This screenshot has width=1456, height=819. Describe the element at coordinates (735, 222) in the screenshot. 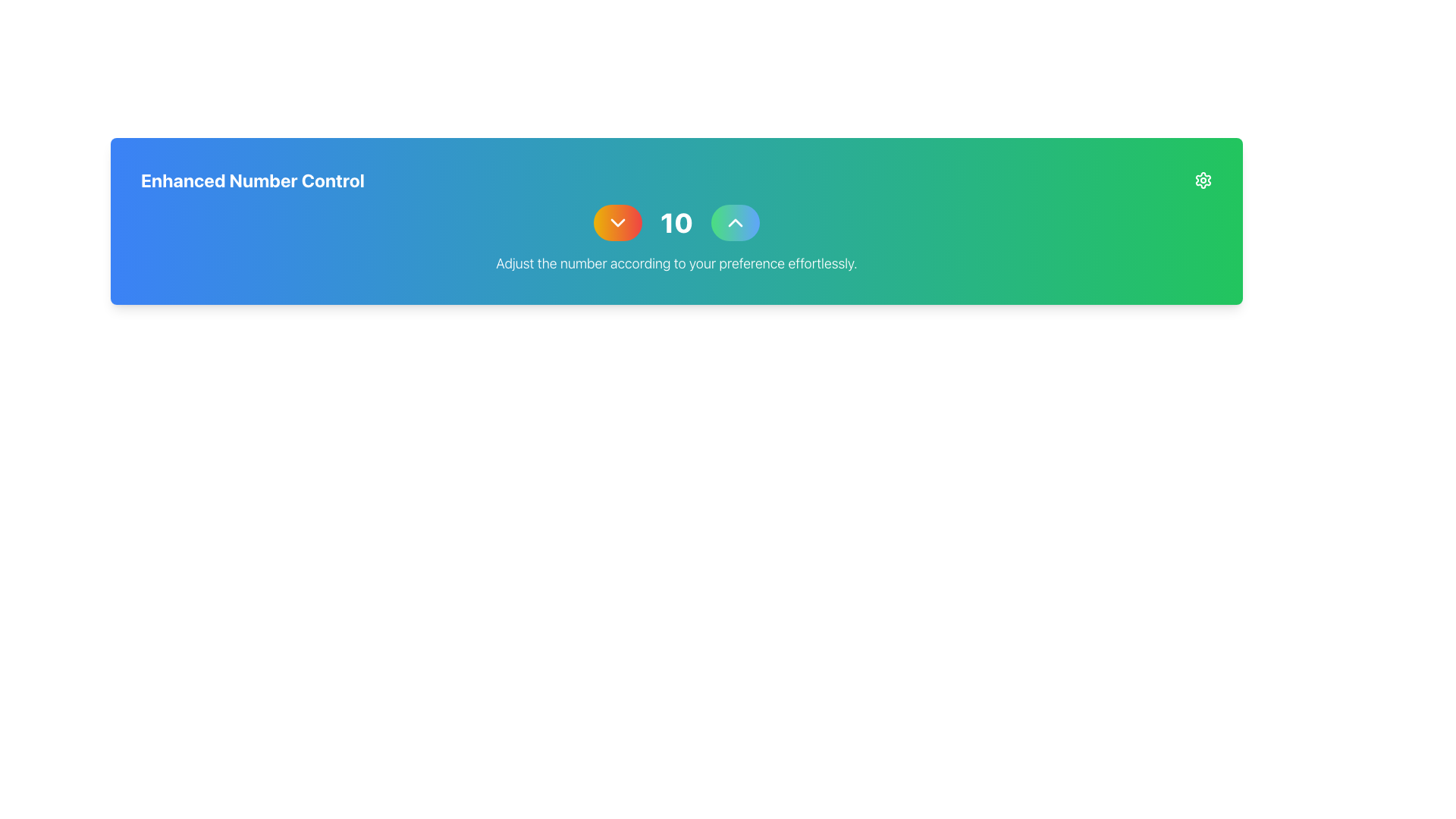

I see `the upward-pointing chevron icon within the circular button located in the top right corner of the interface to interact` at that location.